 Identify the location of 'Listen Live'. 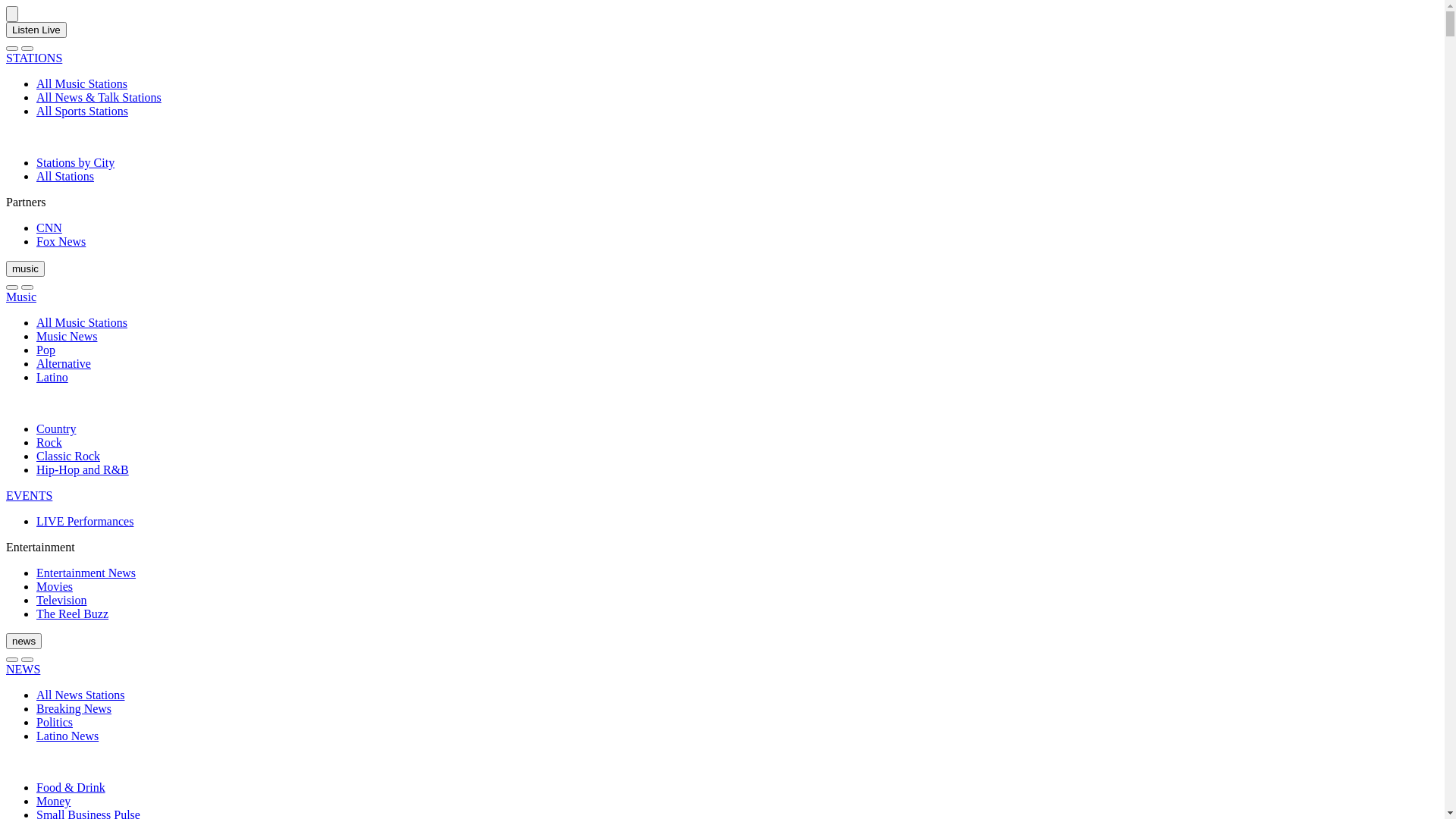
(36, 30).